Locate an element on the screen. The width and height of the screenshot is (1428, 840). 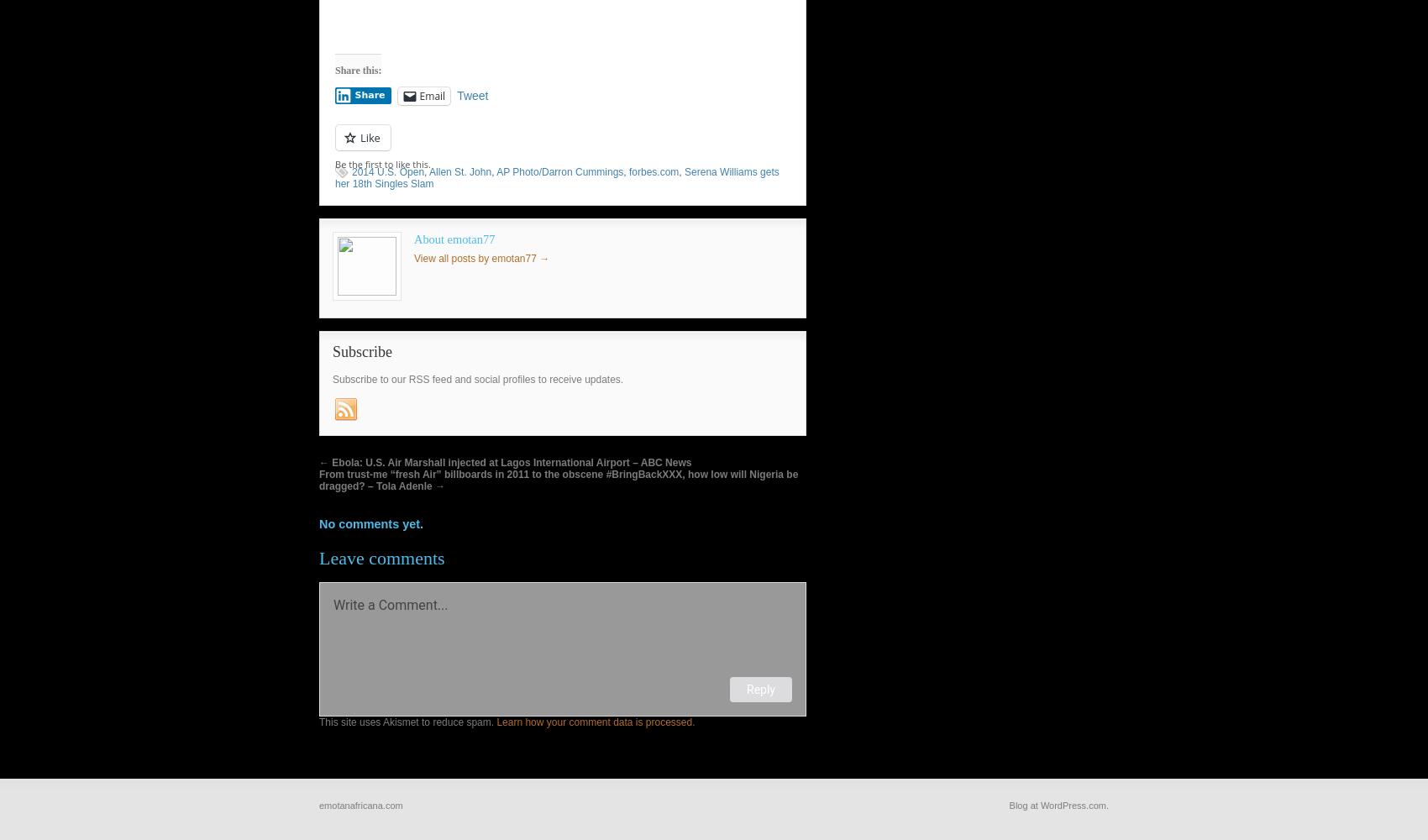
'AP Photo/Darron Cummings' is located at coordinates (495, 171).